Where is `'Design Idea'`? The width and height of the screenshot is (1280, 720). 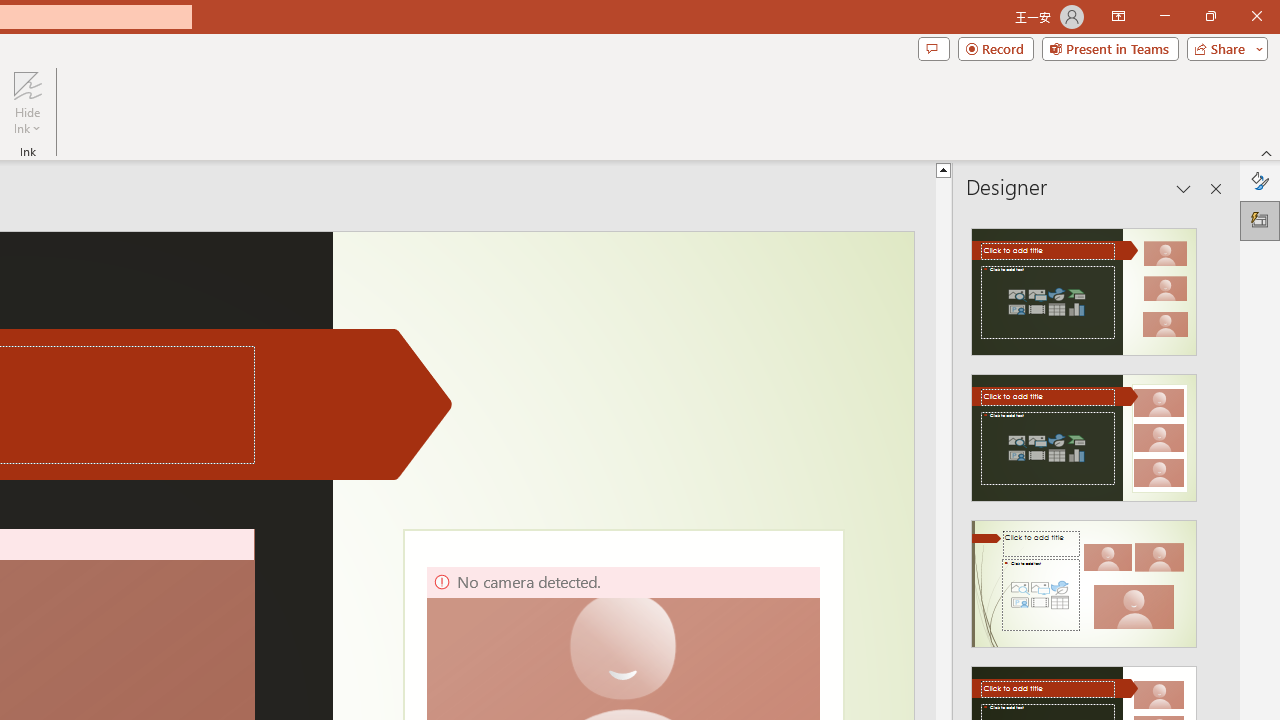 'Design Idea' is located at coordinates (1083, 577).